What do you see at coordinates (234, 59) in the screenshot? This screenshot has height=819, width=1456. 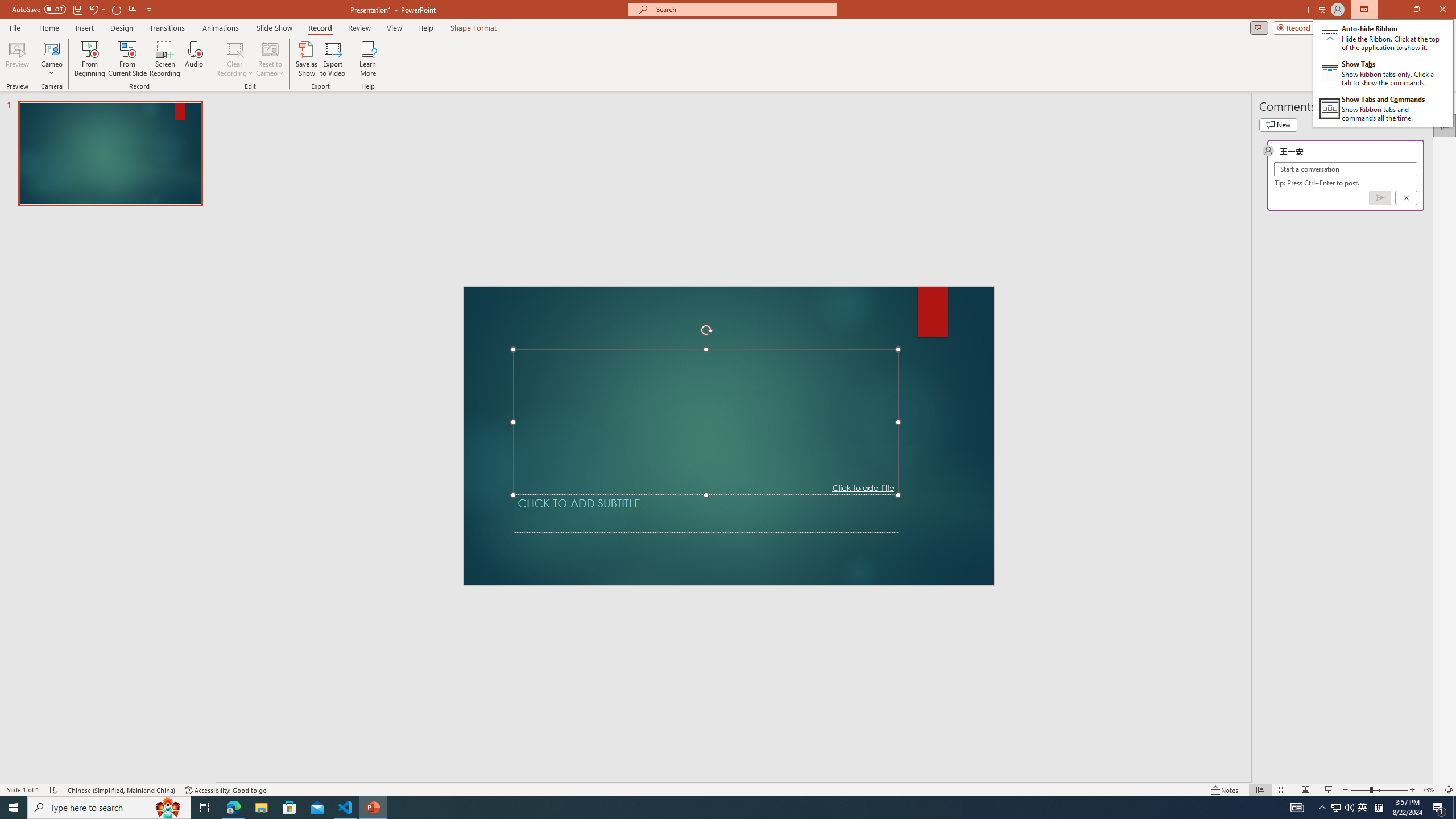 I see `'Clear Recording'` at bounding box center [234, 59].